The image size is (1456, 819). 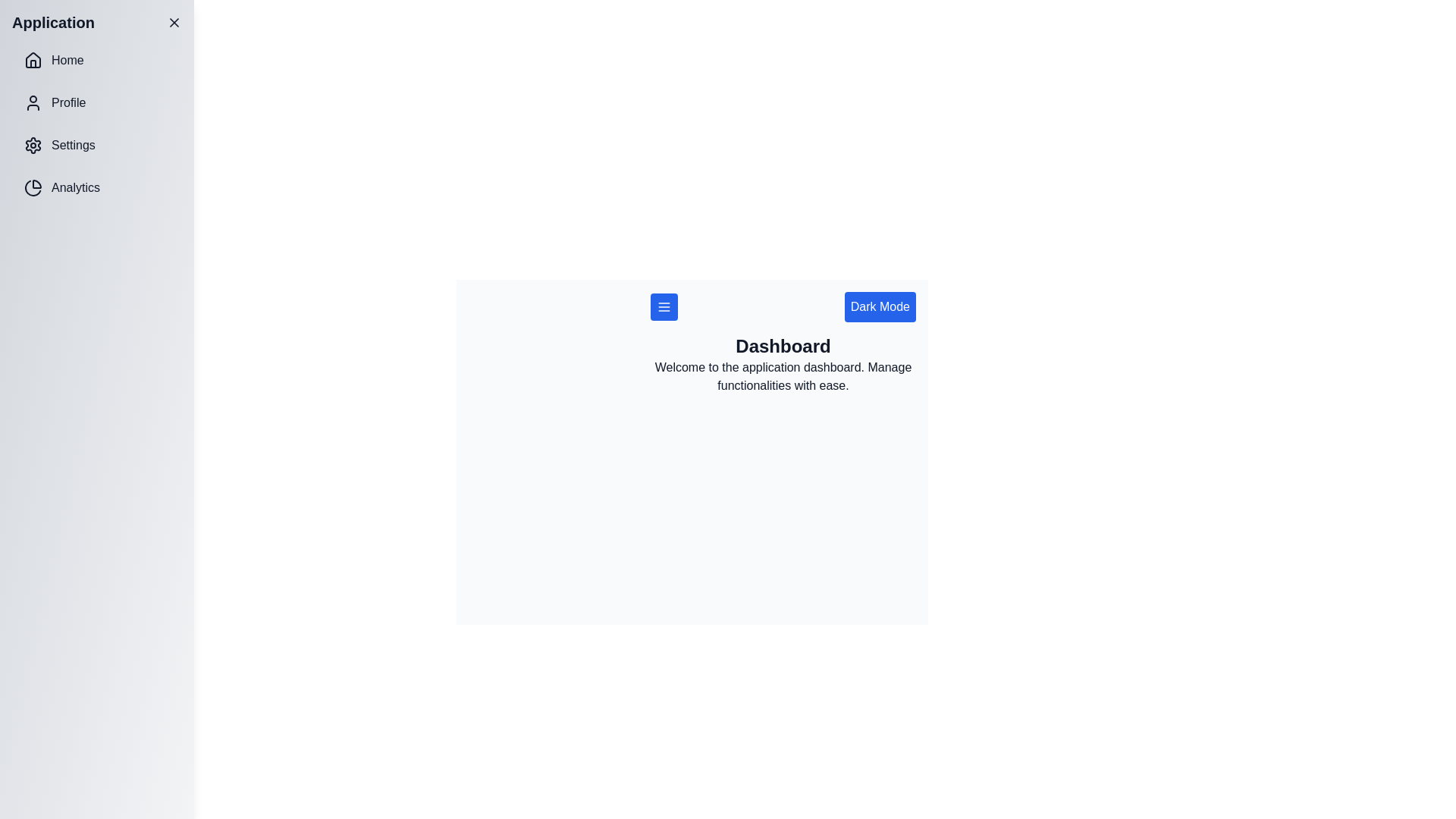 What do you see at coordinates (783, 376) in the screenshot?
I see `the text label that displays 'Welcome to the application dashboard. Manage functionalities with ease.' which is centered below the 'Dashboard' header` at bounding box center [783, 376].